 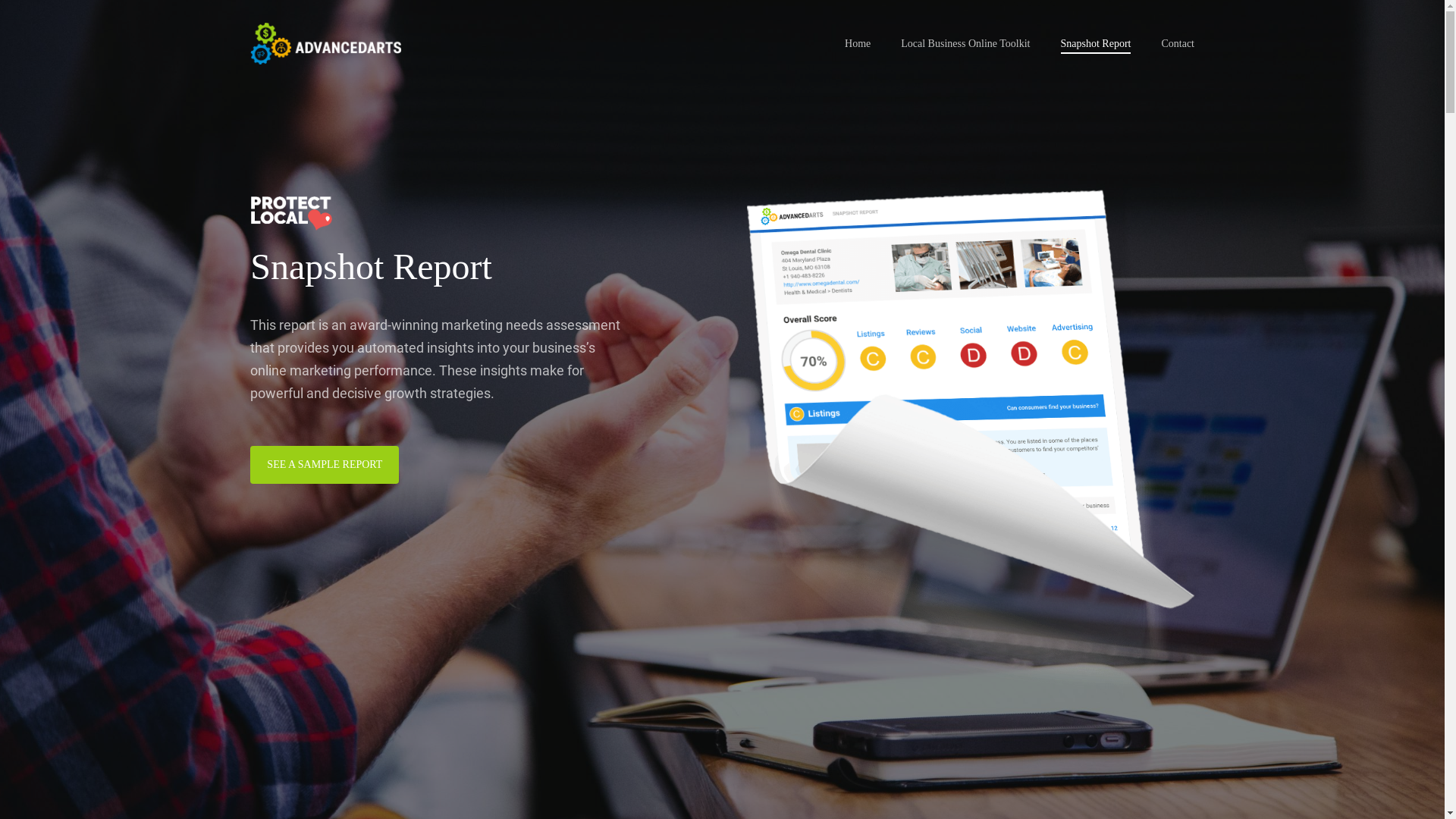 What do you see at coordinates (1177, 42) in the screenshot?
I see `'Contact'` at bounding box center [1177, 42].